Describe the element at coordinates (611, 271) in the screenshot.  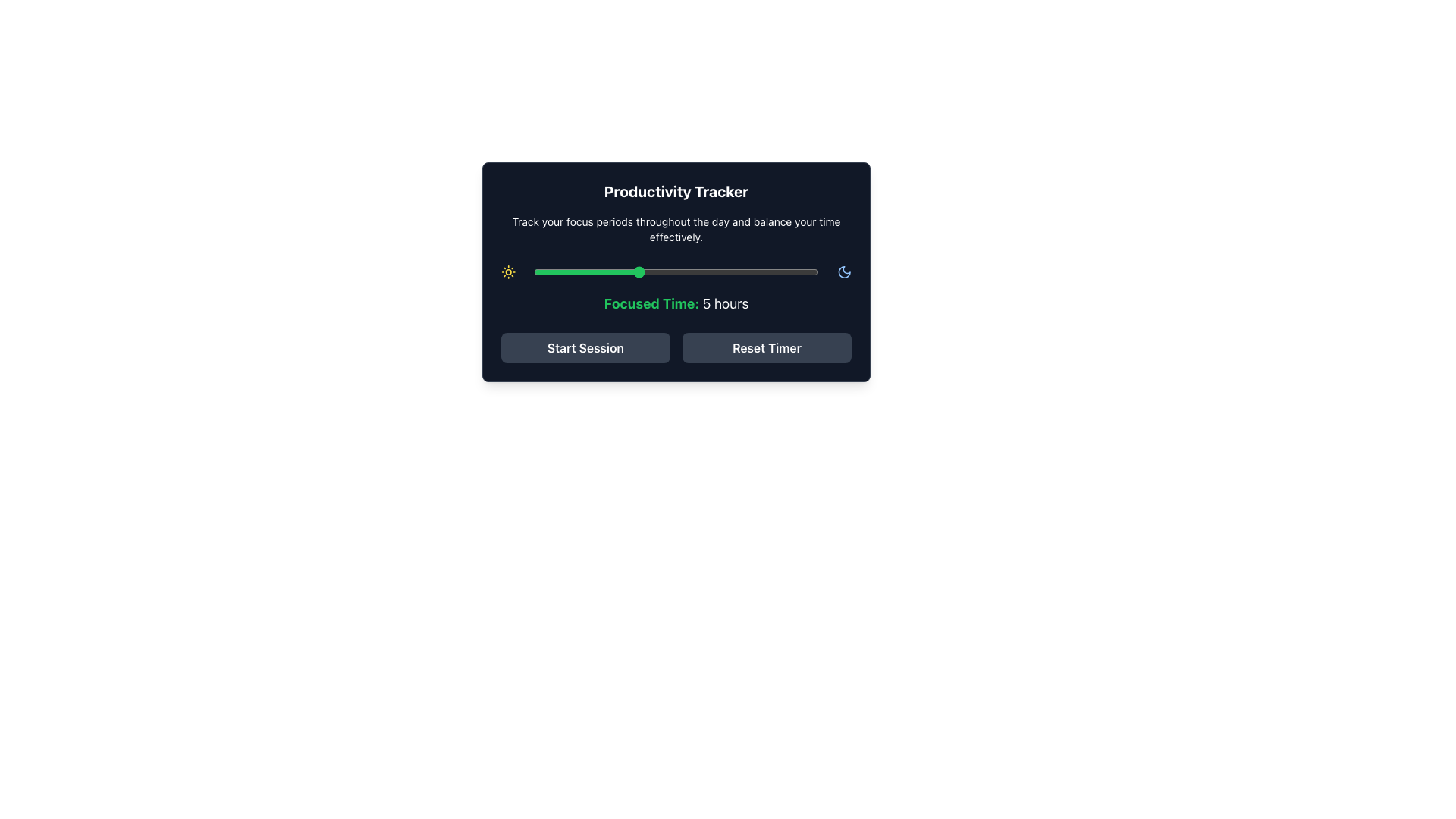
I see `the focus duration` at that location.